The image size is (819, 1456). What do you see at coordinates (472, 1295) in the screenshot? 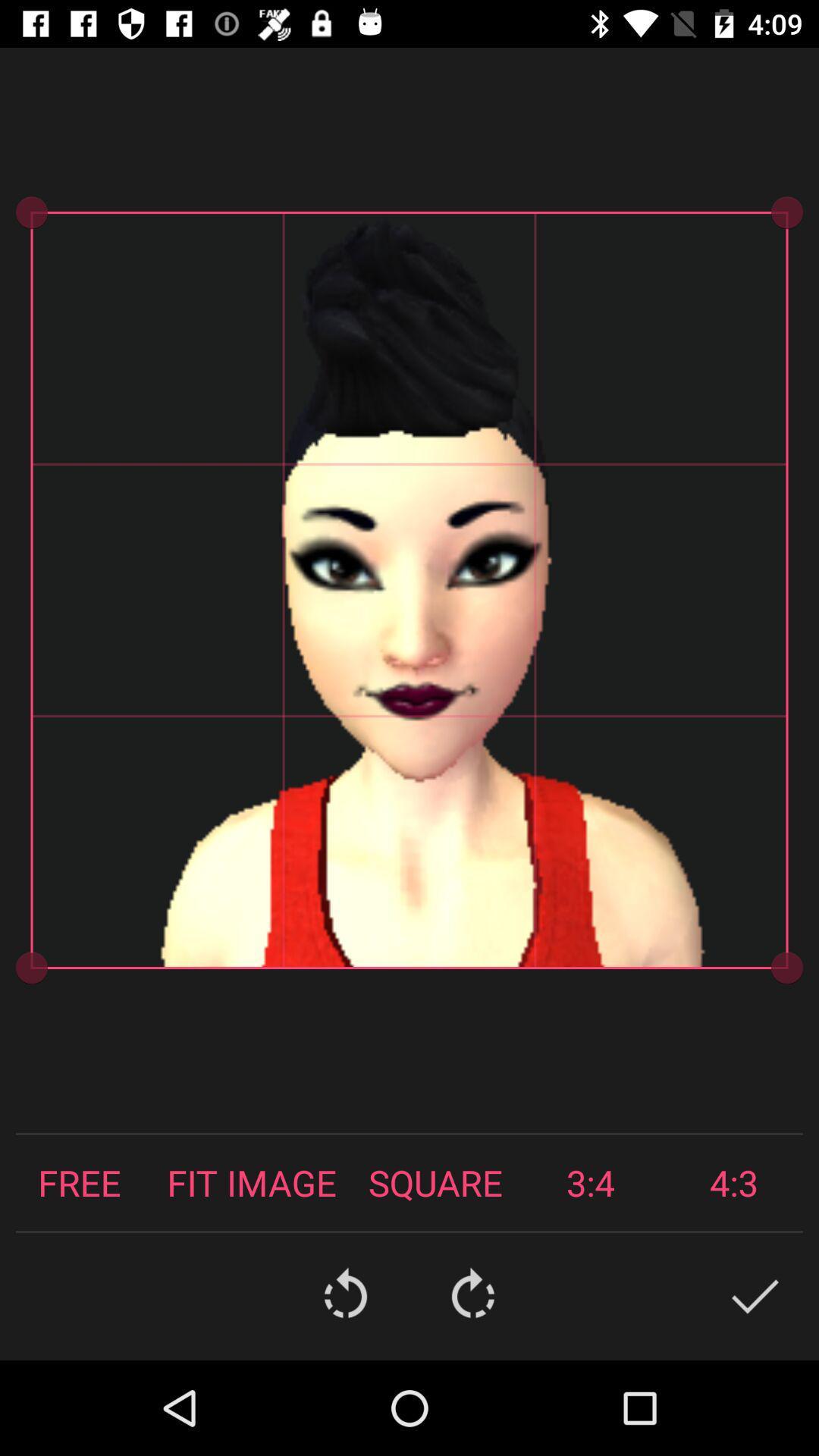
I see `the refresh icon` at bounding box center [472, 1295].